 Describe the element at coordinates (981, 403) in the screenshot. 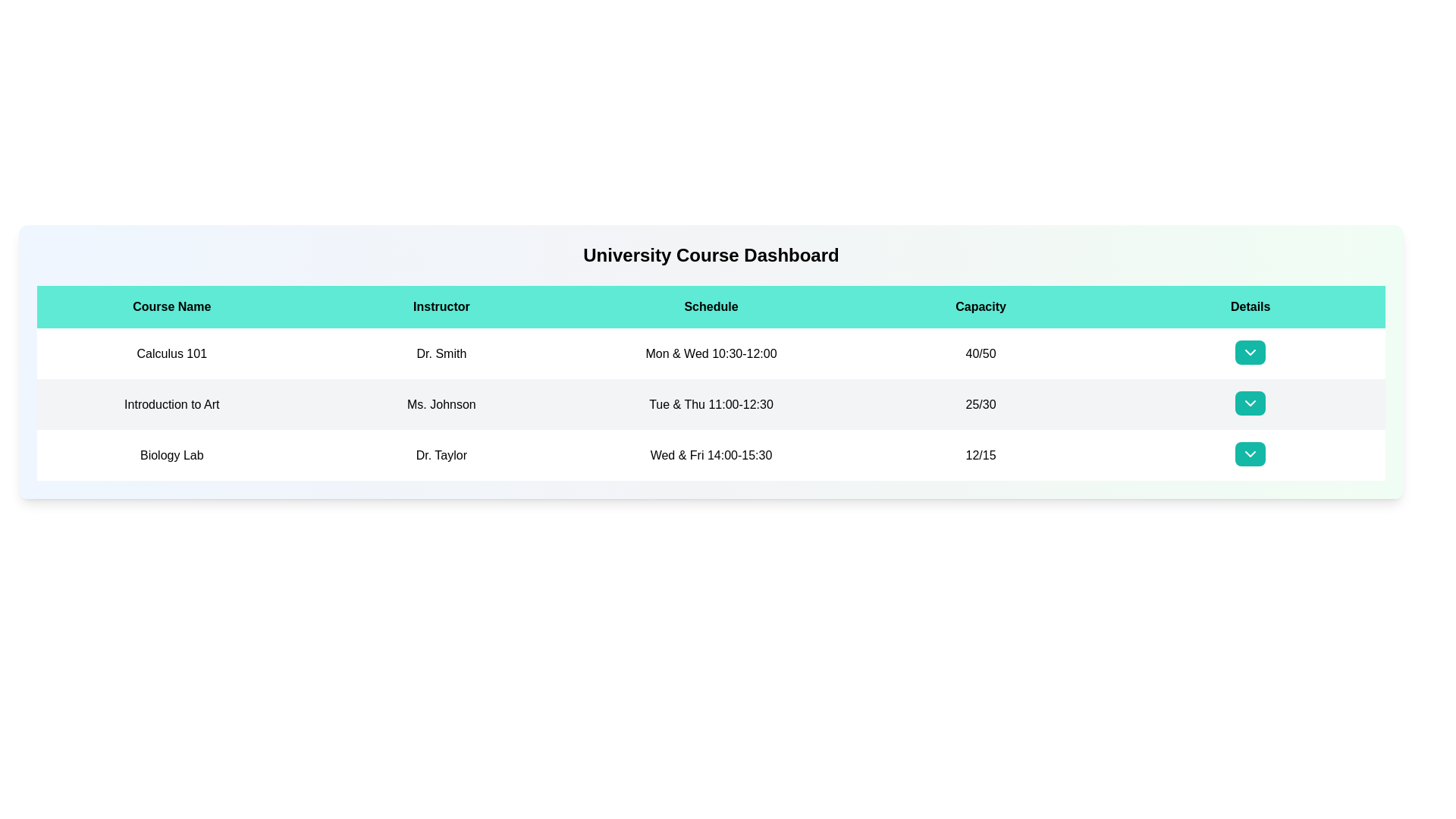

I see `the static informational text displaying '25/30' in the Capacity column of the 'Introduction to Art' course, which is styled in a simple font on a light gray background` at that location.